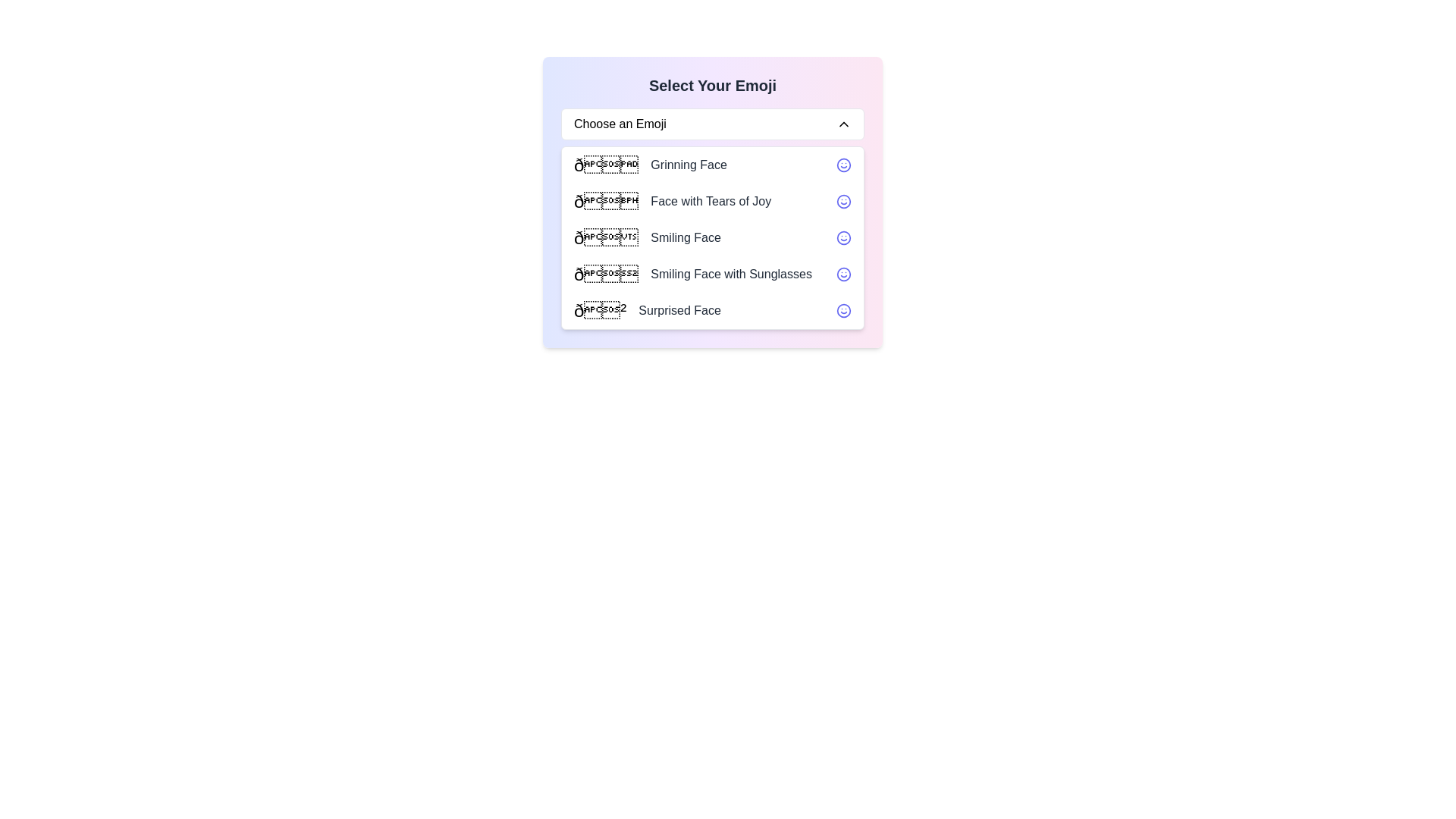 This screenshot has width=1456, height=819. I want to click on the 'Smiling Face with Sunglasses' emoji icon located to the left of the text in the fourth item of the dropdown menu, so click(605, 275).